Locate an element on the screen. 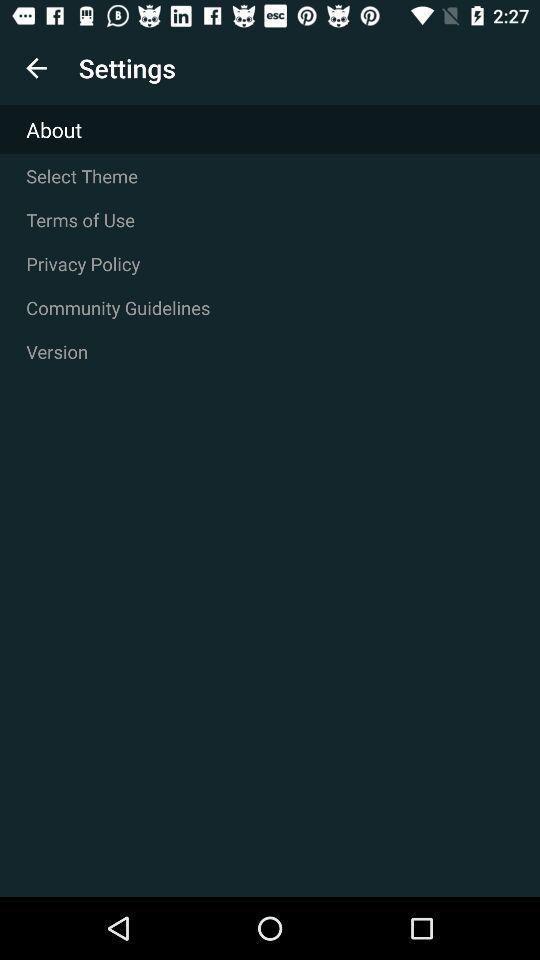  the icon above privacy policy icon is located at coordinates (270, 220).